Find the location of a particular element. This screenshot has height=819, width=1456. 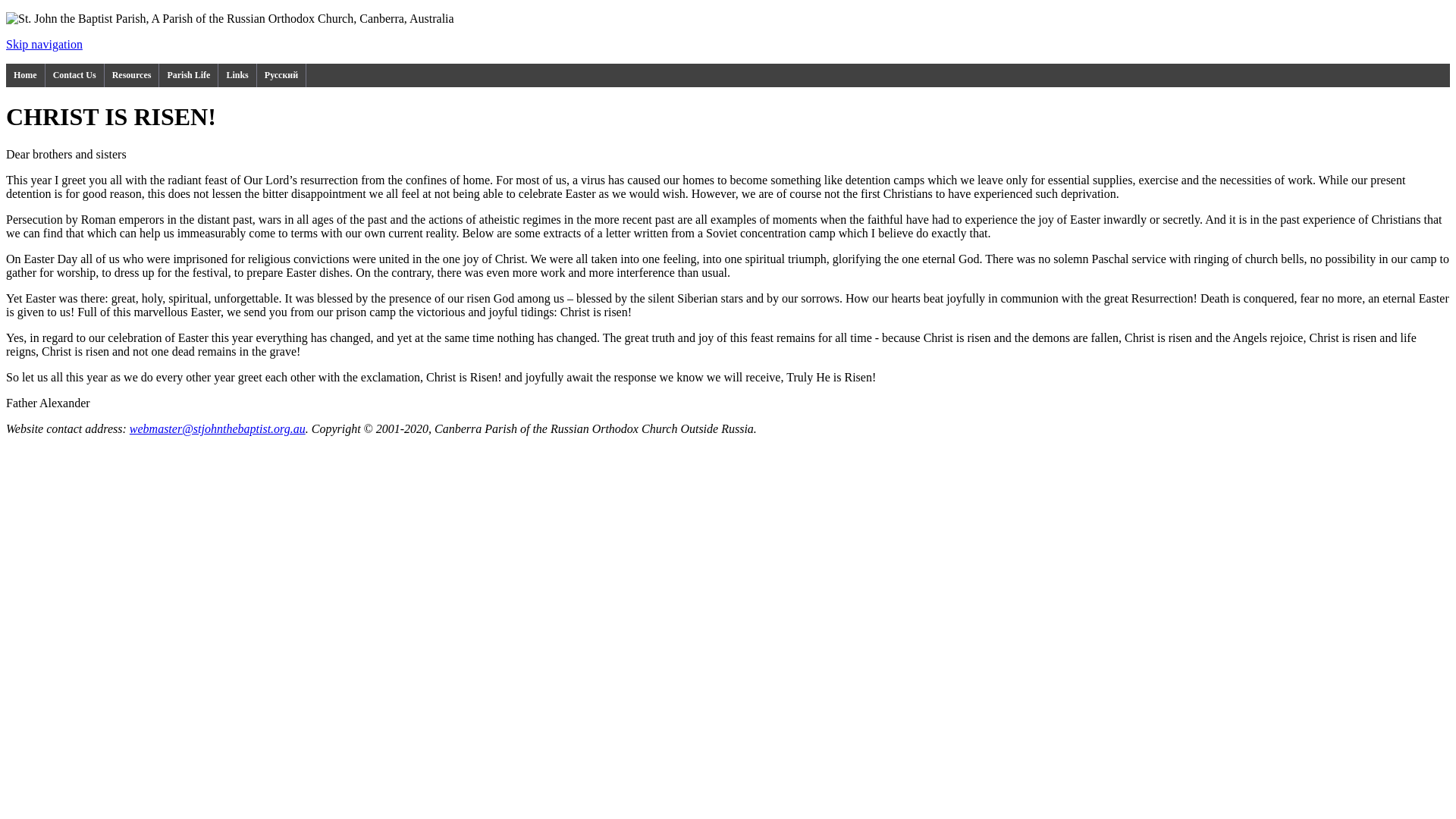

'Home' is located at coordinates (25, 75).